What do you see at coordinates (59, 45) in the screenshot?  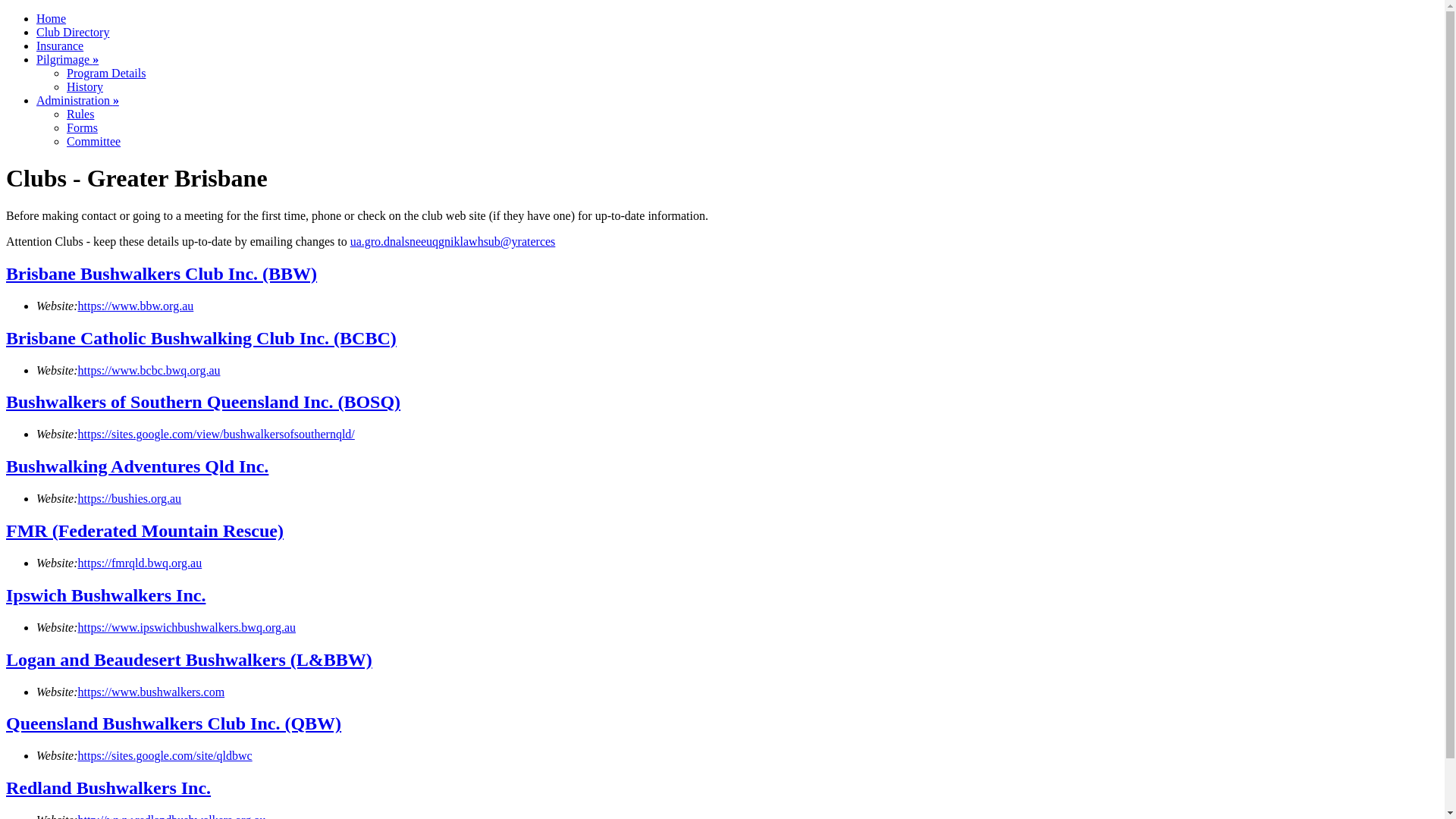 I see `'Insurance'` at bounding box center [59, 45].